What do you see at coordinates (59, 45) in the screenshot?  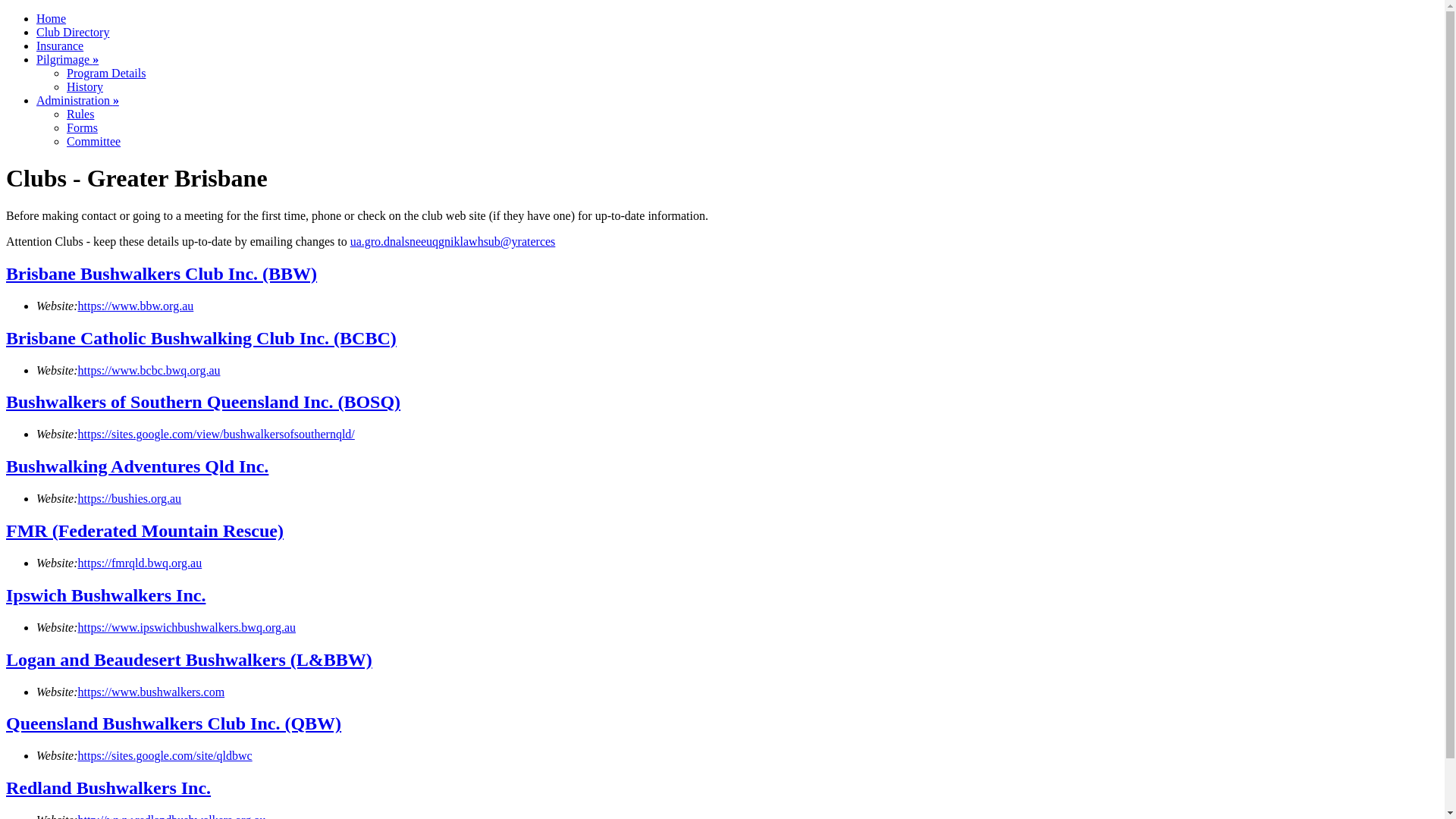 I see `'Insurance'` at bounding box center [59, 45].